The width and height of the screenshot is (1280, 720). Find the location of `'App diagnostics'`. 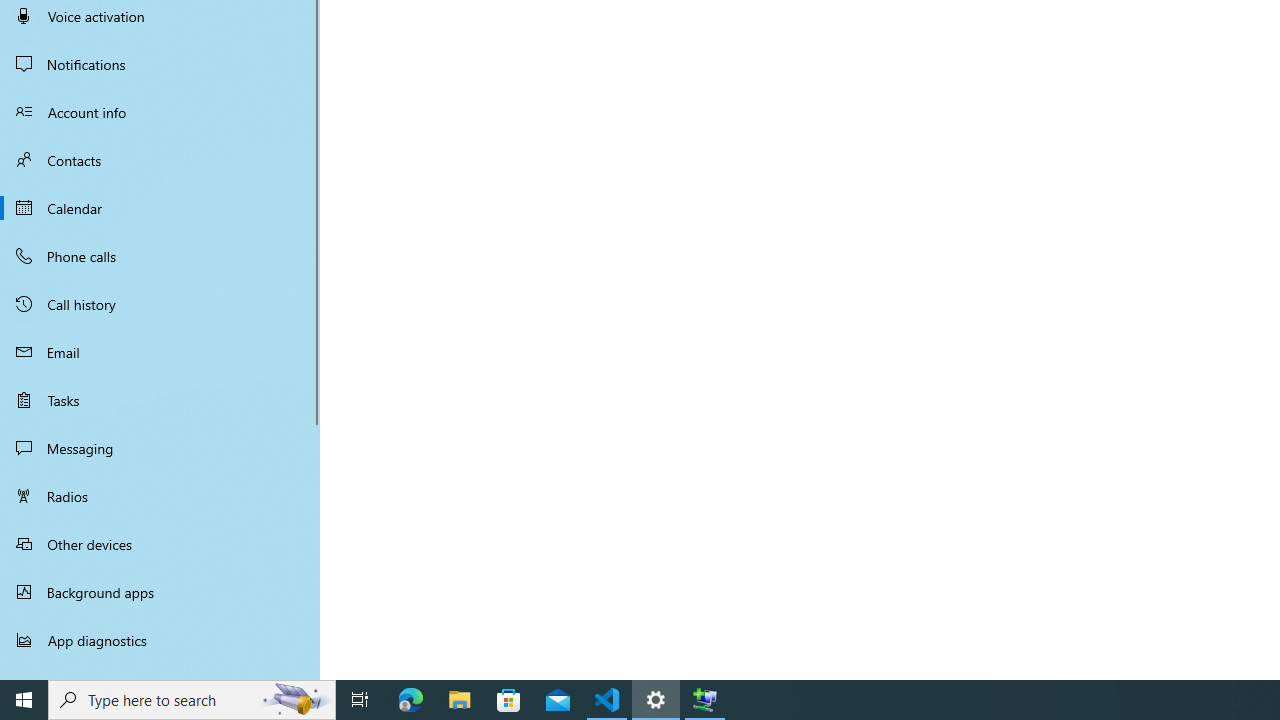

'App diagnostics' is located at coordinates (160, 640).